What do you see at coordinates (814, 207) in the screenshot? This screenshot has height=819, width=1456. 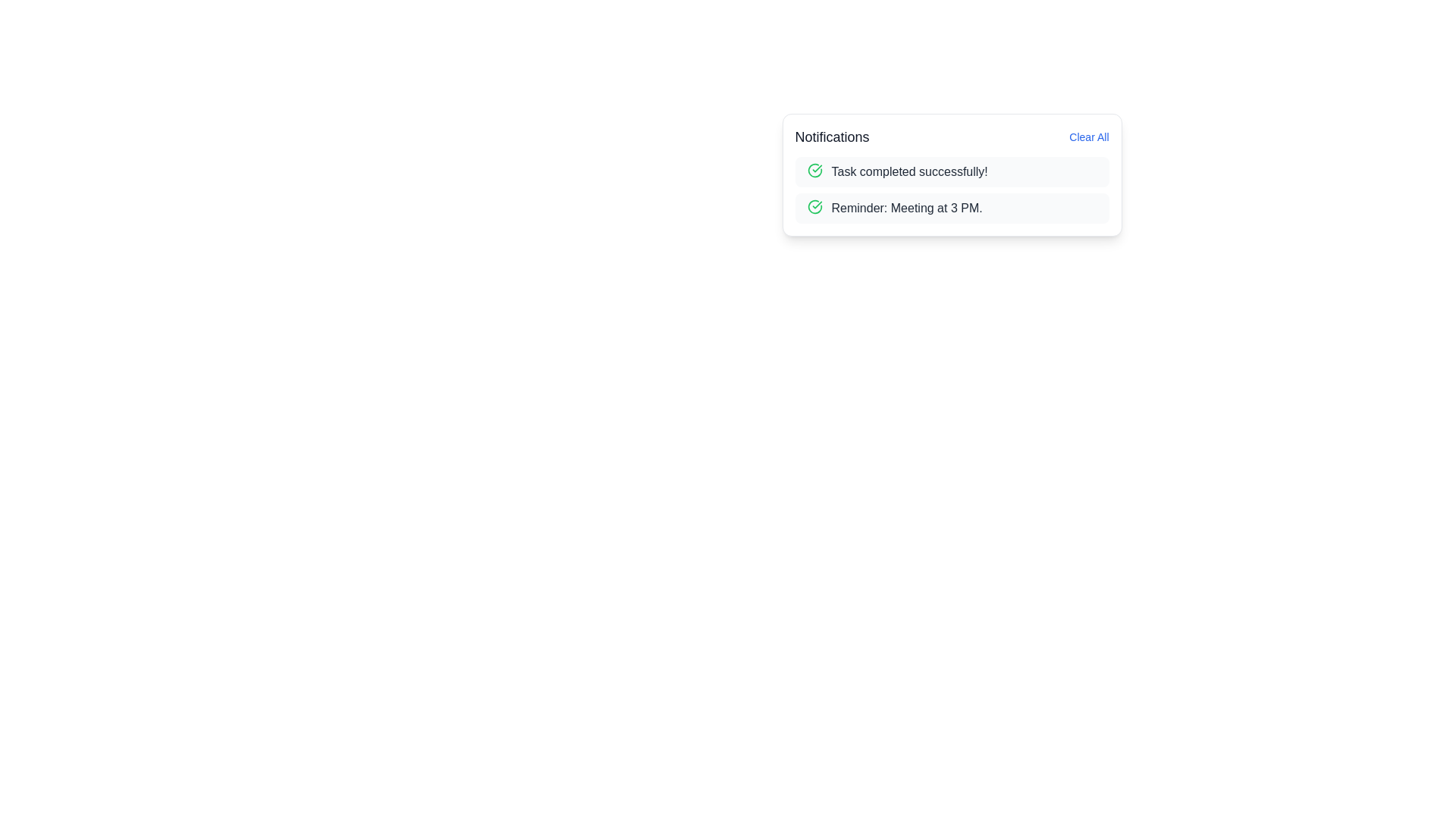 I see `the status icon located to the left of the text 'Reminder: Meeting at 3 PM.' in the notifications section, which signifies acknowledgment or completion` at bounding box center [814, 207].